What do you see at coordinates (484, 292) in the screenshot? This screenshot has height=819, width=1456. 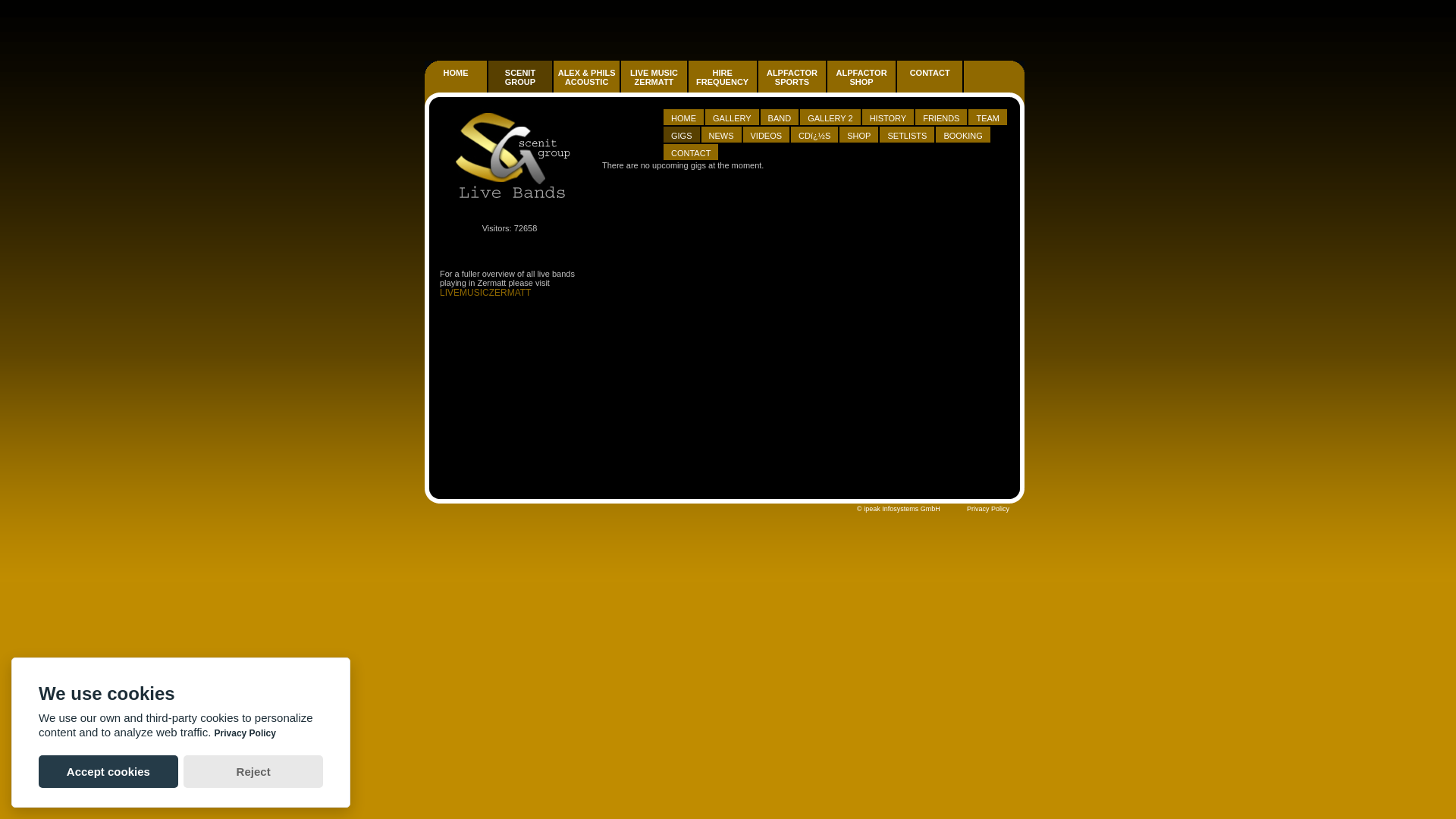 I see `'LIVEMUSICZERMATT'` at bounding box center [484, 292].